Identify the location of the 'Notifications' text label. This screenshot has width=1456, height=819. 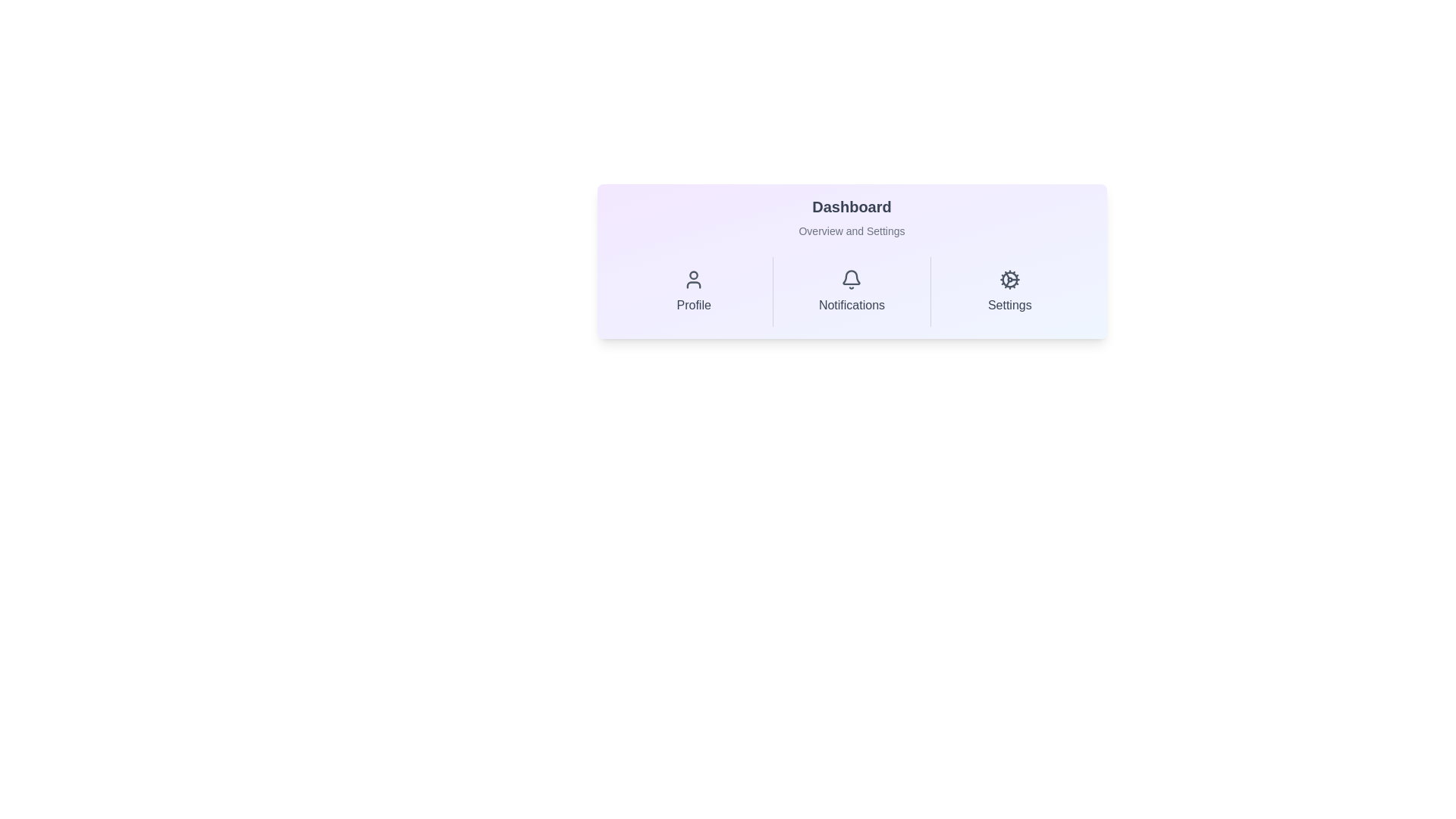
(852, 305).